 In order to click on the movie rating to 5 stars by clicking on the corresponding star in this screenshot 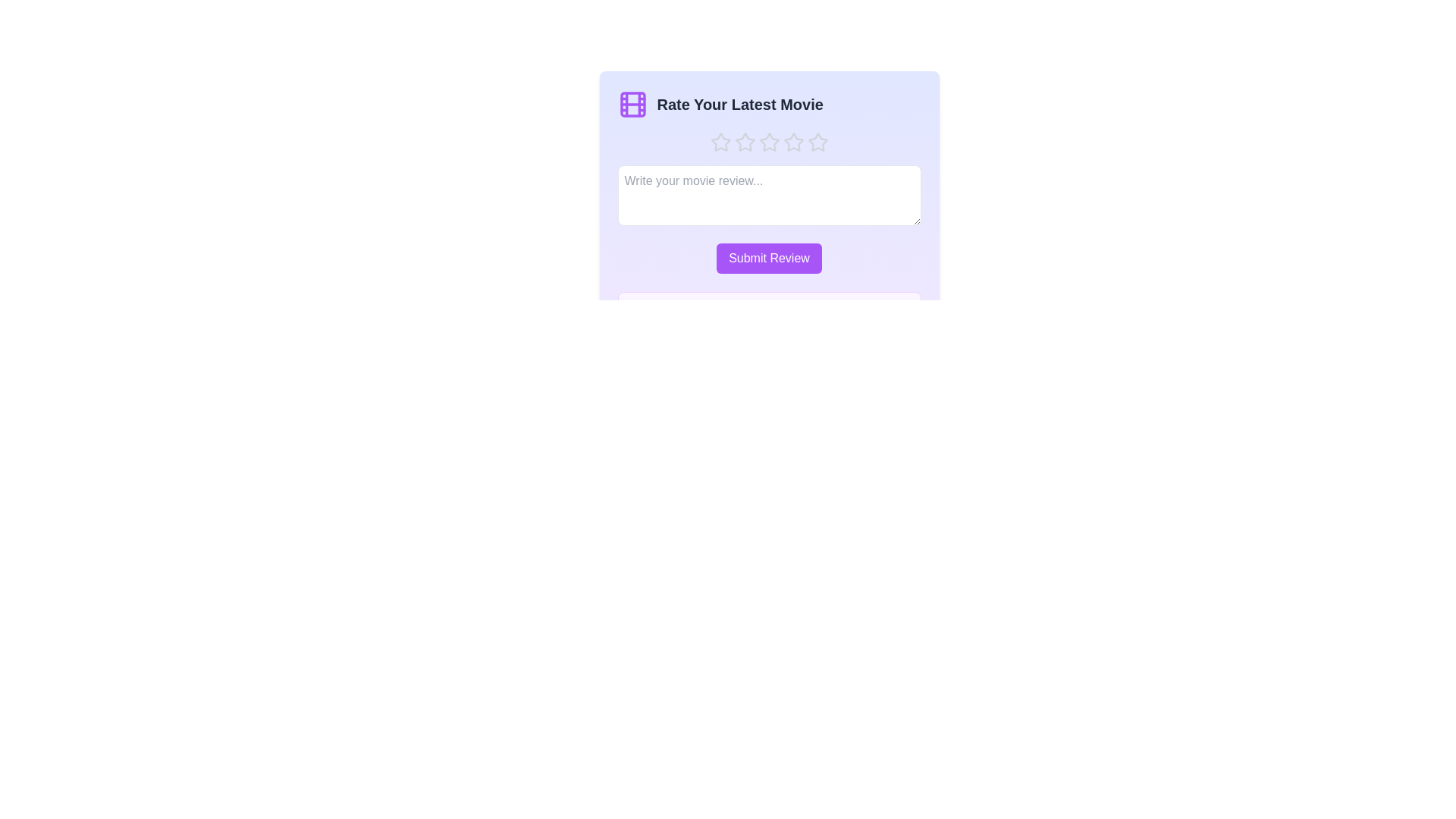, I will do `click(817, 143)`.